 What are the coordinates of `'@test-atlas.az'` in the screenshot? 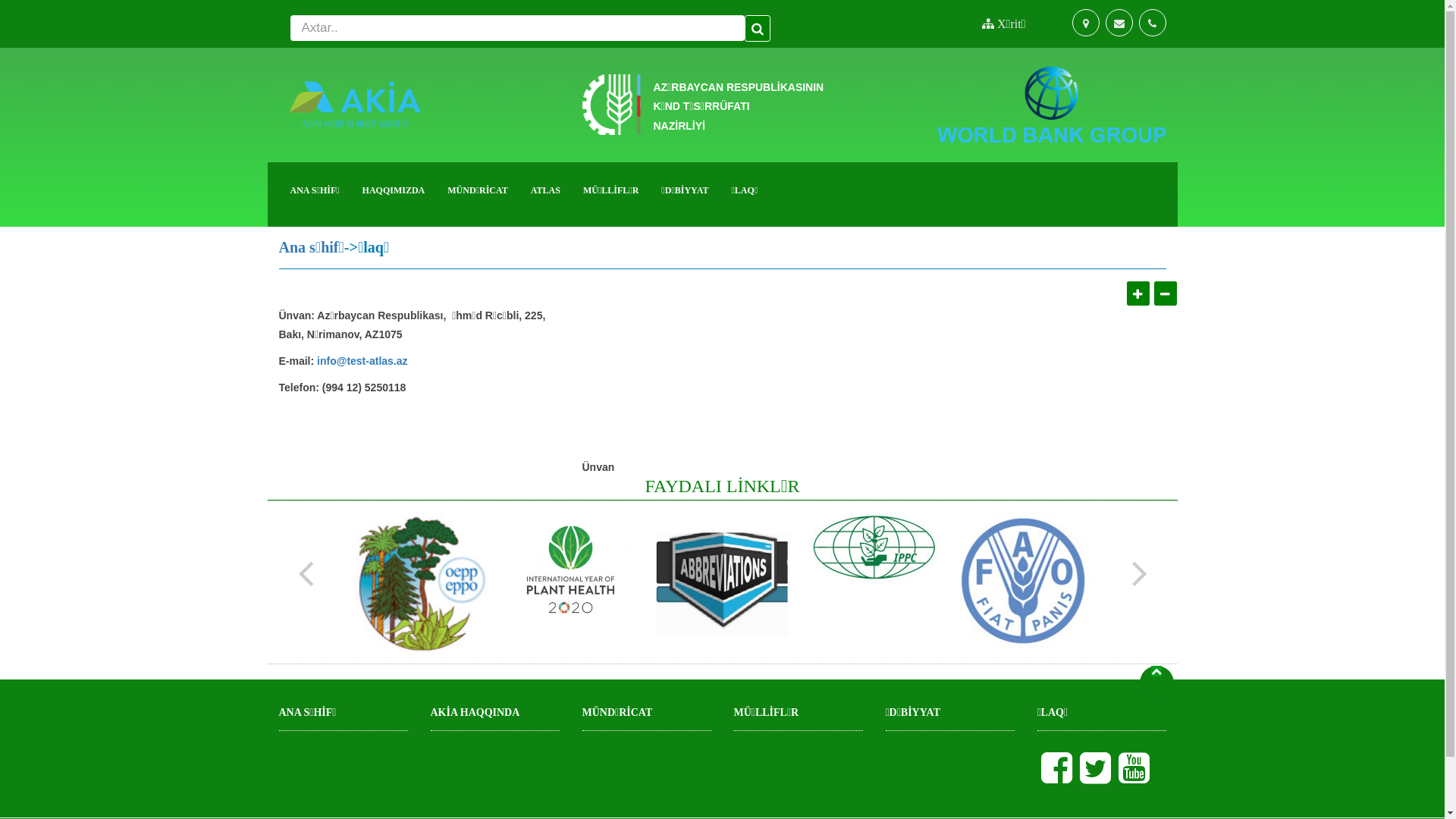 It's located at (372, 362).